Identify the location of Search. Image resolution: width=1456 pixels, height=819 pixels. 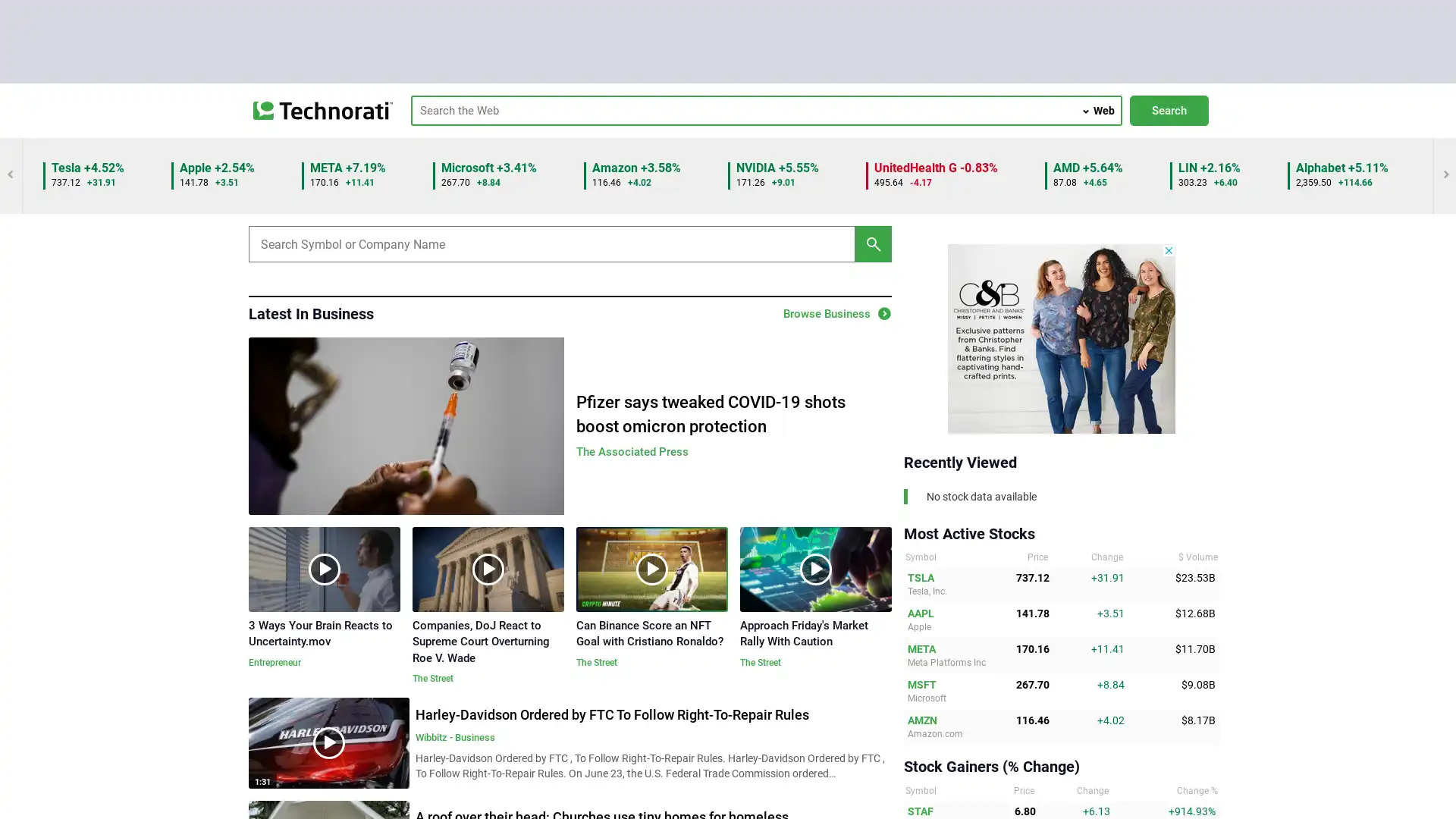
(1168, 110).